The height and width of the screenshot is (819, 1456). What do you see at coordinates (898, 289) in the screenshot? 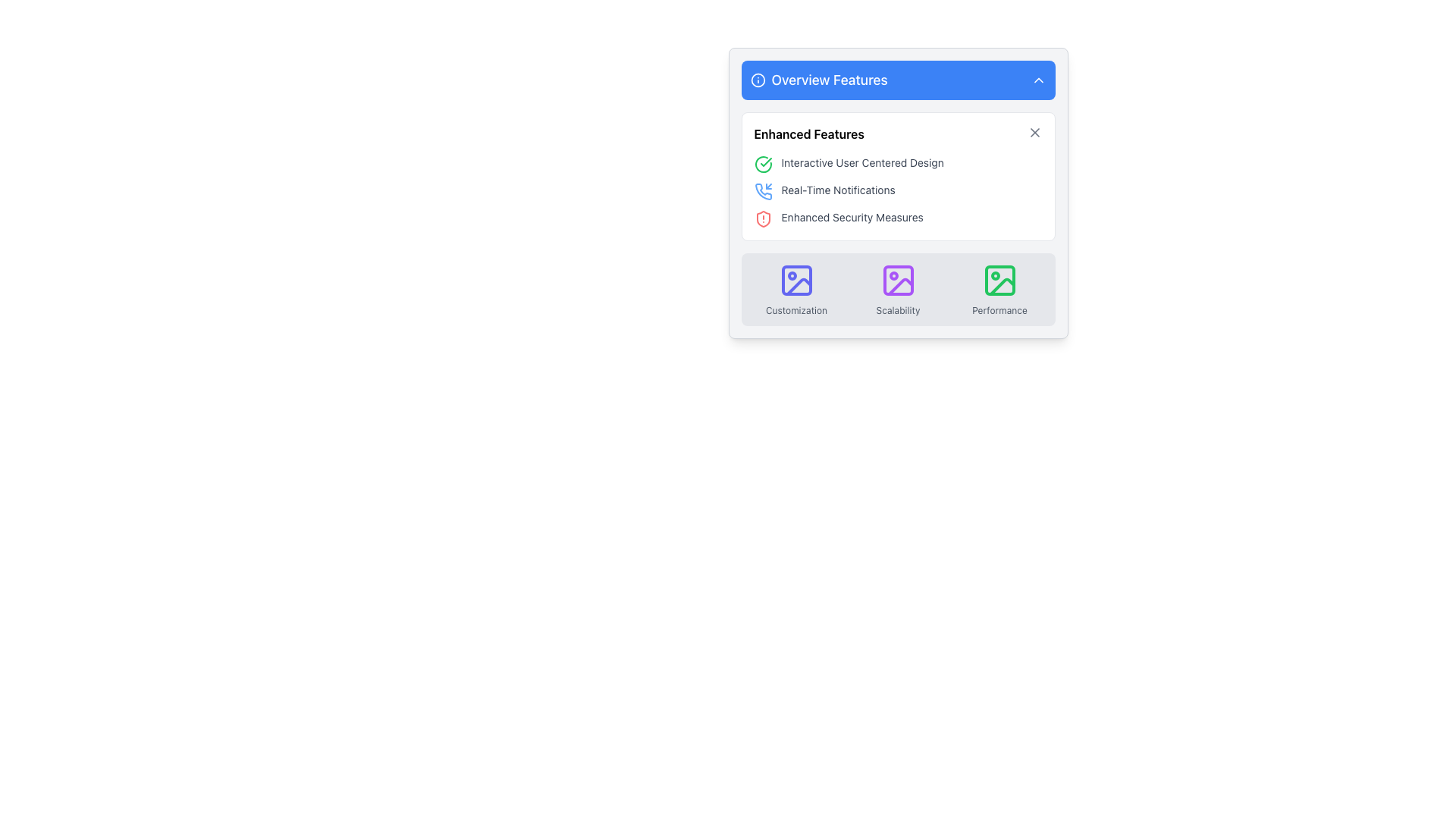
I see `the purple icon resembling an image outline with the label 'Scalability'` at bounding box center [898, 289].